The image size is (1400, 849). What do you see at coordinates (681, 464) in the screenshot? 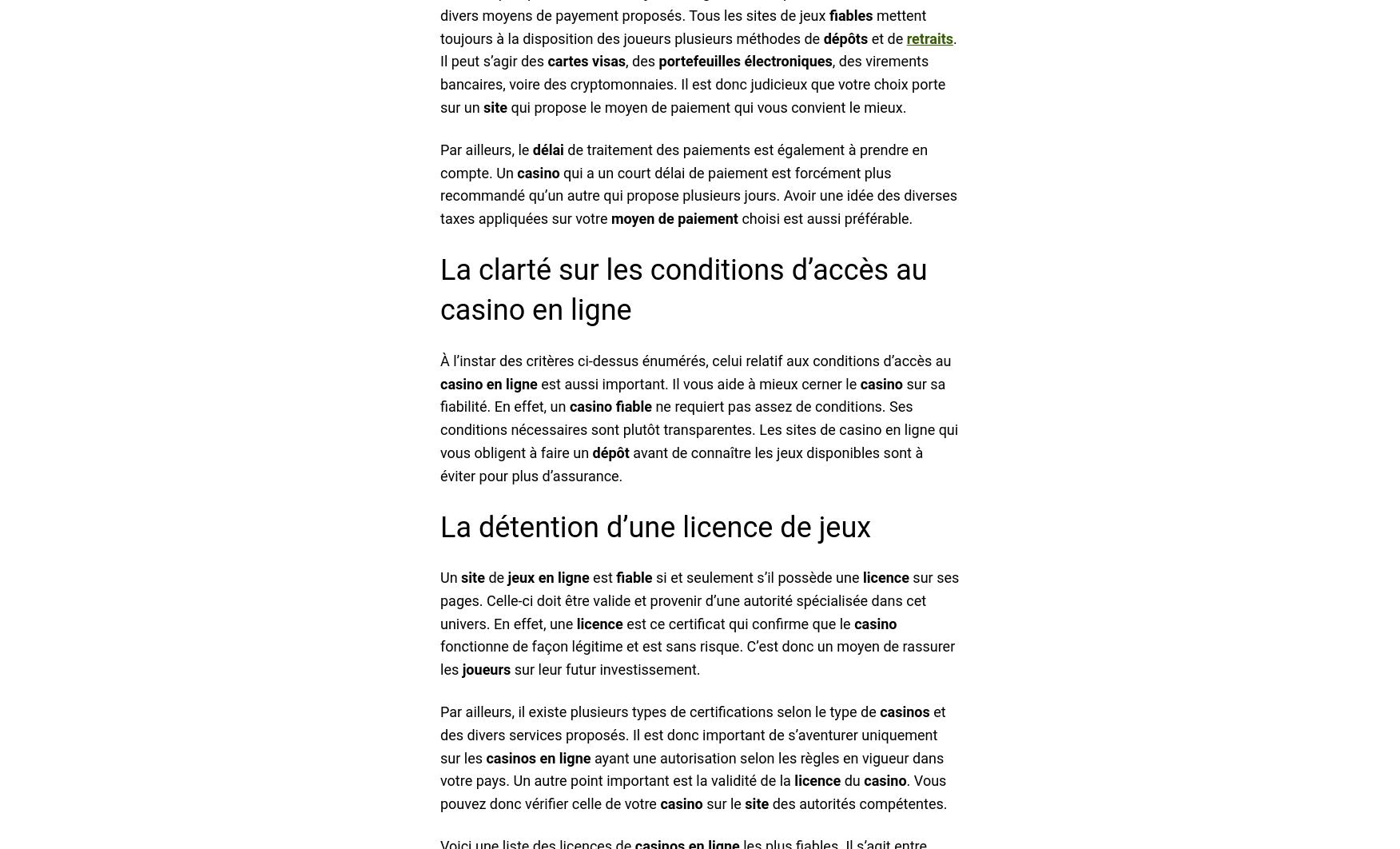
I see `'avant de connaître les jeux disponibles sont à éviter pour plus d’assurance.'` at bounding box center [681, 464].